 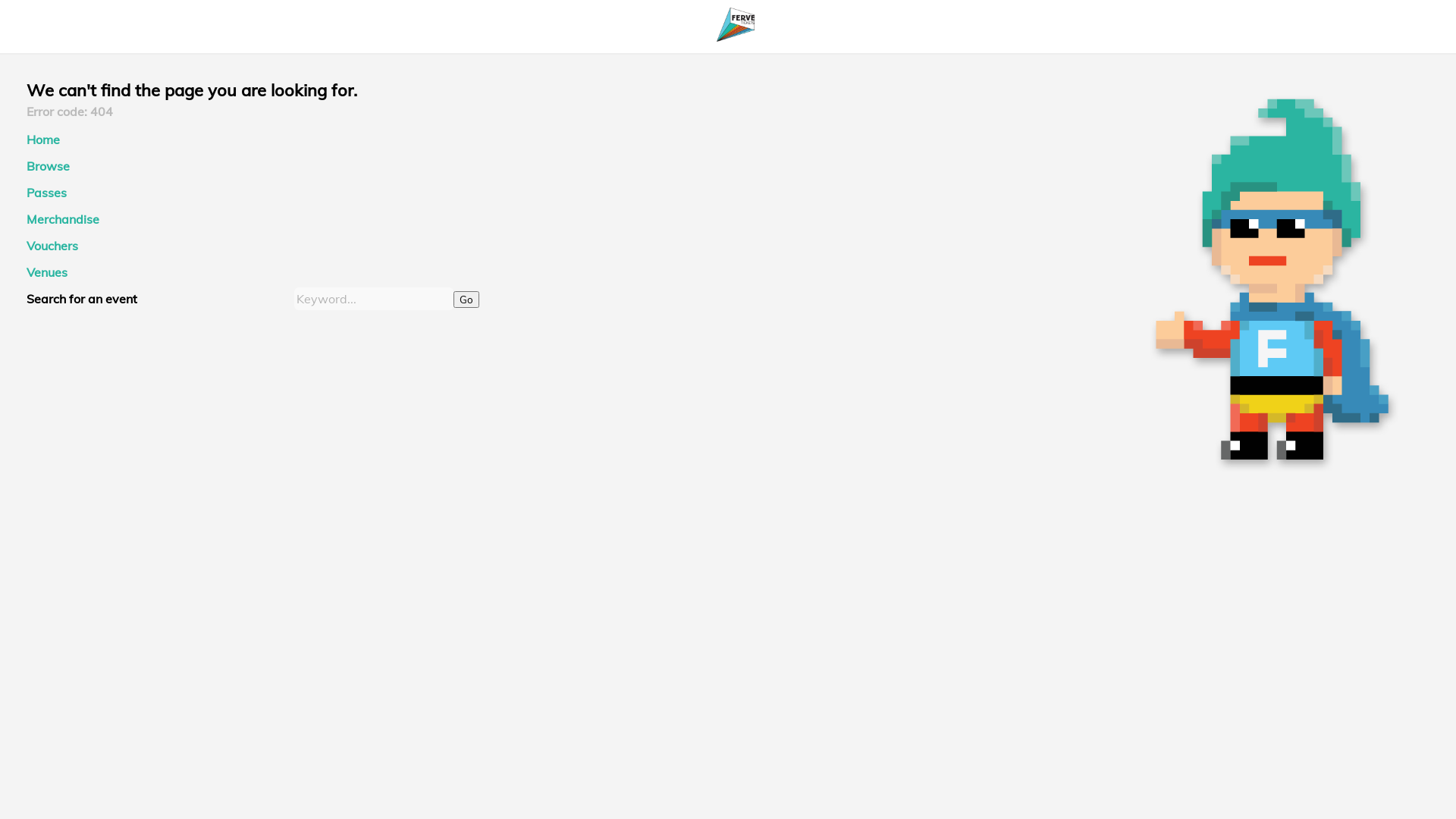 I want to click on 'Go', so click(x=465, y=299).